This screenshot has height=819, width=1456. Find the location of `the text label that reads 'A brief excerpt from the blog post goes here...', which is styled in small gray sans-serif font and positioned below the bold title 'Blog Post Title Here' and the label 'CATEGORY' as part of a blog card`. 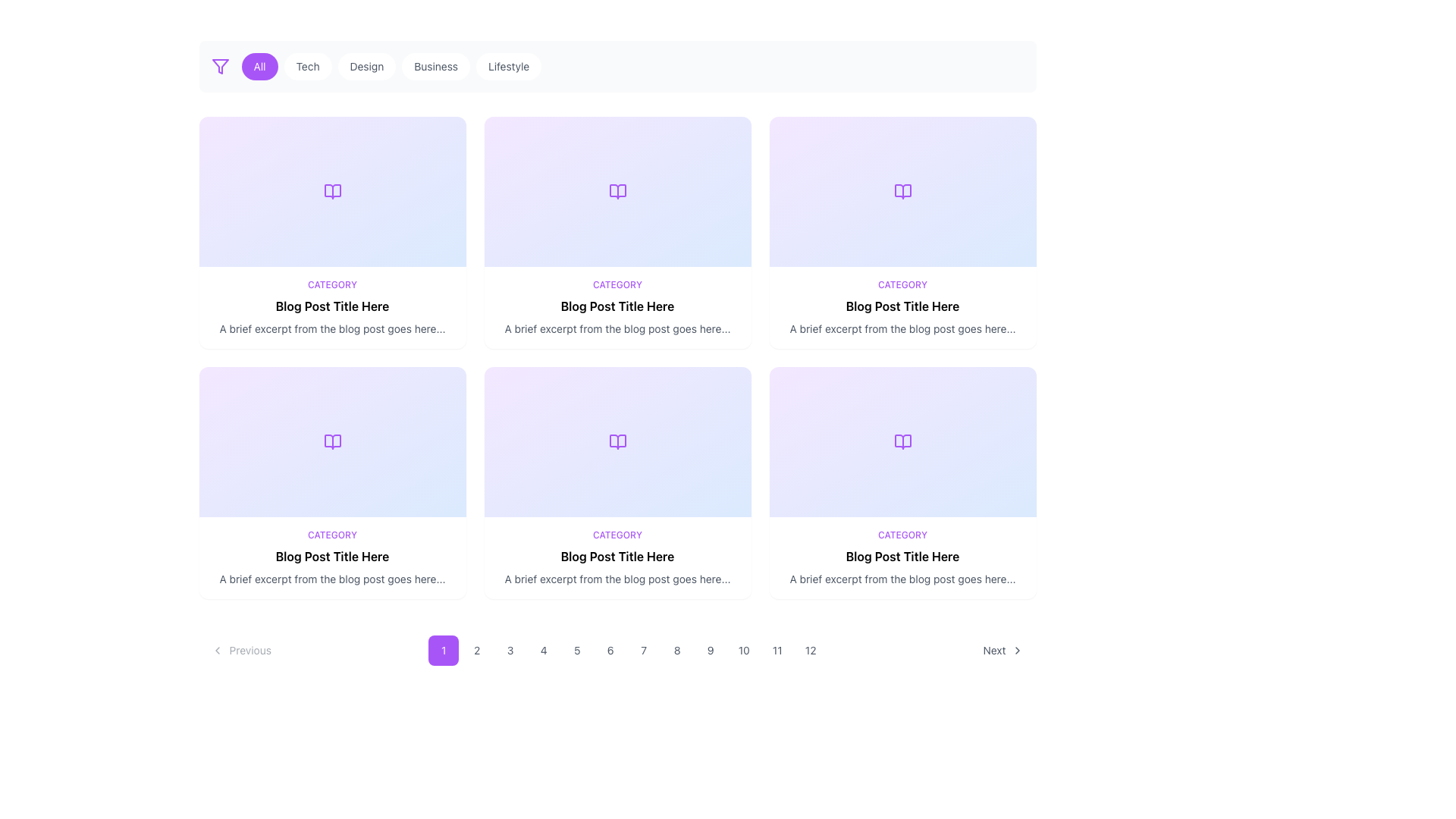

the text label that reads 'A brief excerpt from the blog post goes here...', which is styled in small gray sans-serif font and positioned below the bold title 'Blog Post Title Here' and the label 'CATEGORY' as part of a blog card is located at coordinates (331, 579).